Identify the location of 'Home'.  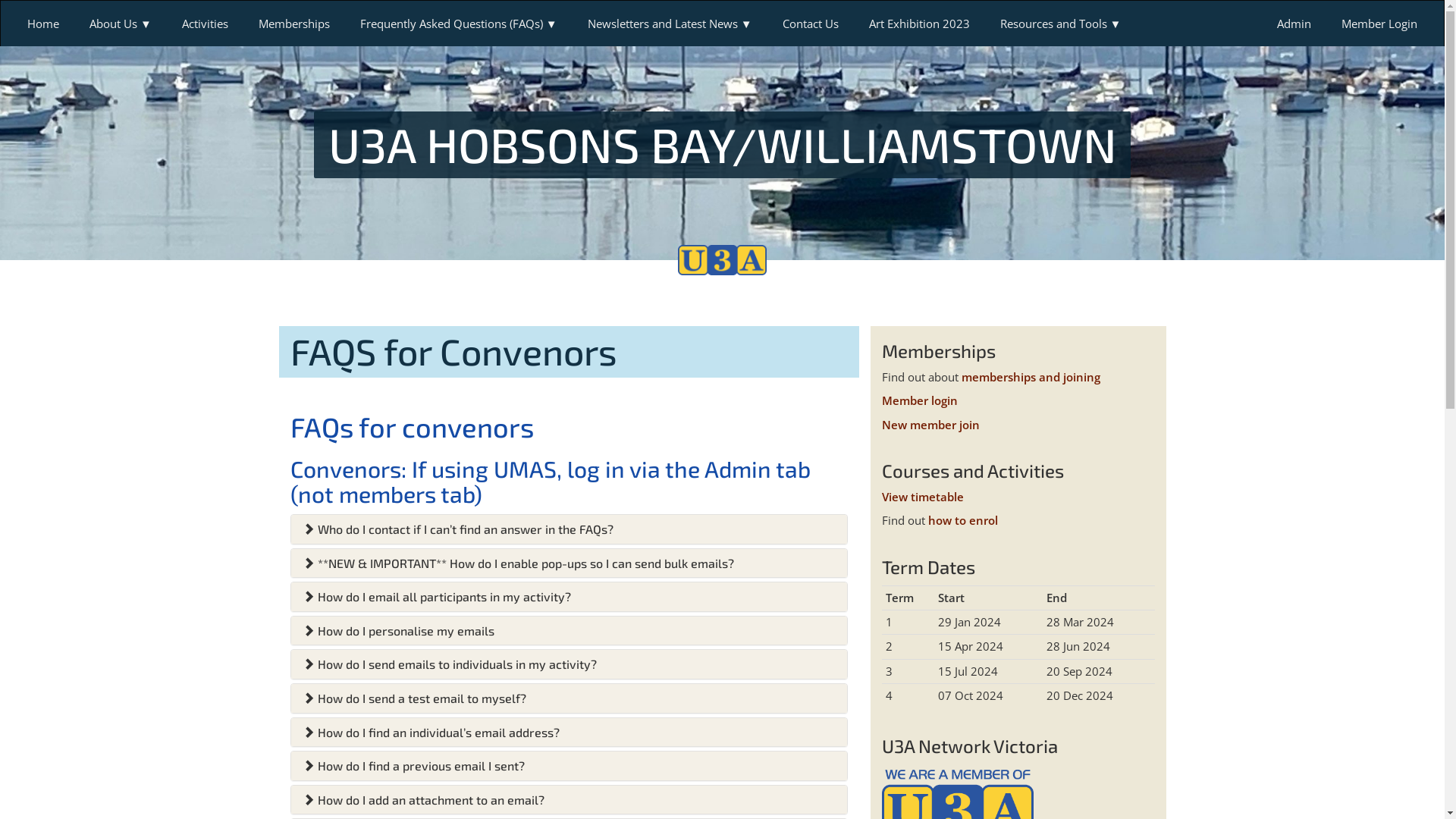
(43, 23).